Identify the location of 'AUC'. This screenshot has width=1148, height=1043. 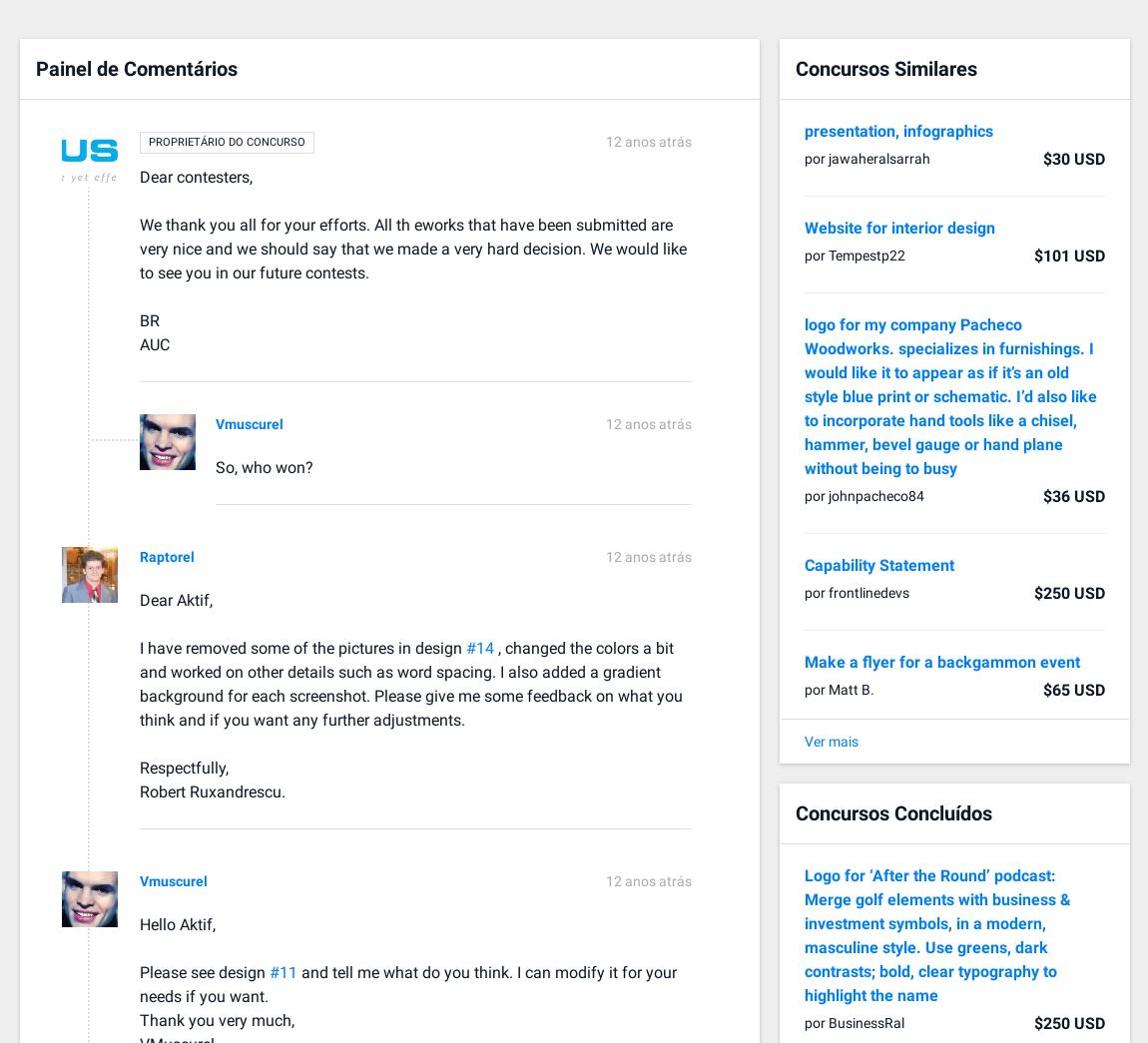
(154, 343).